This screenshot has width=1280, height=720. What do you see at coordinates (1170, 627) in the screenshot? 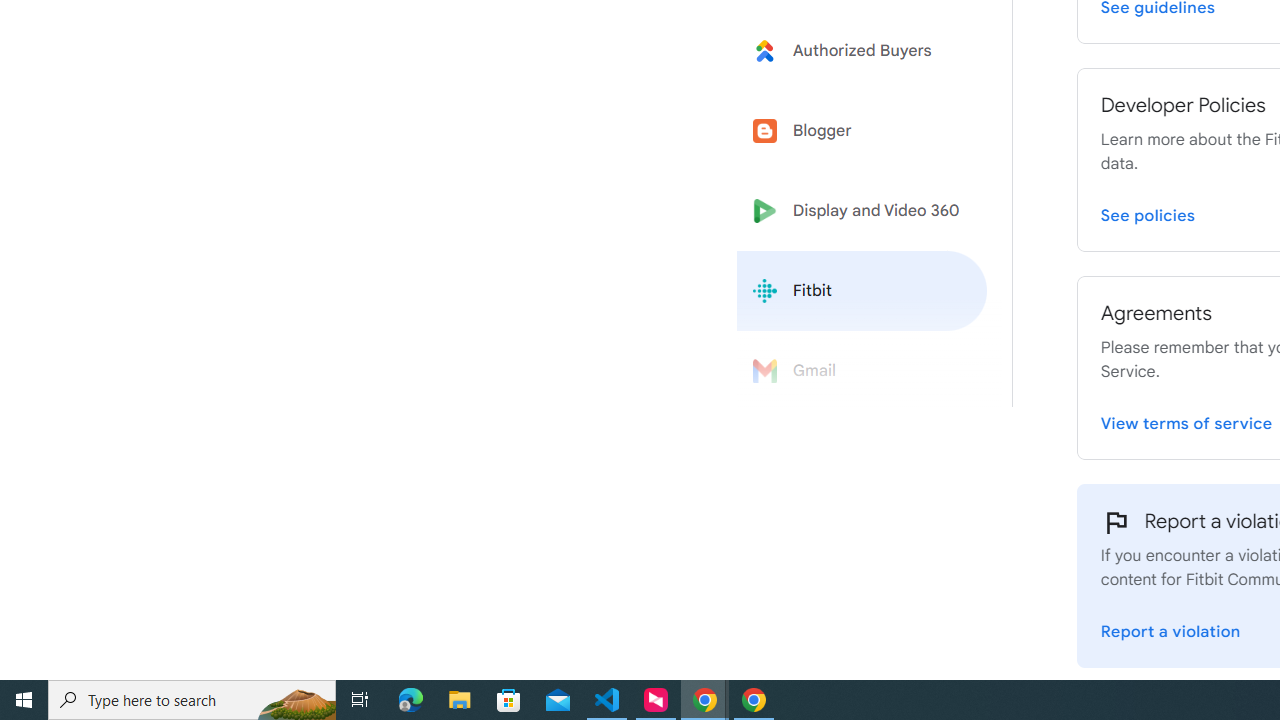
I see `'Report a violation'` at bounding box center [1170, 627].